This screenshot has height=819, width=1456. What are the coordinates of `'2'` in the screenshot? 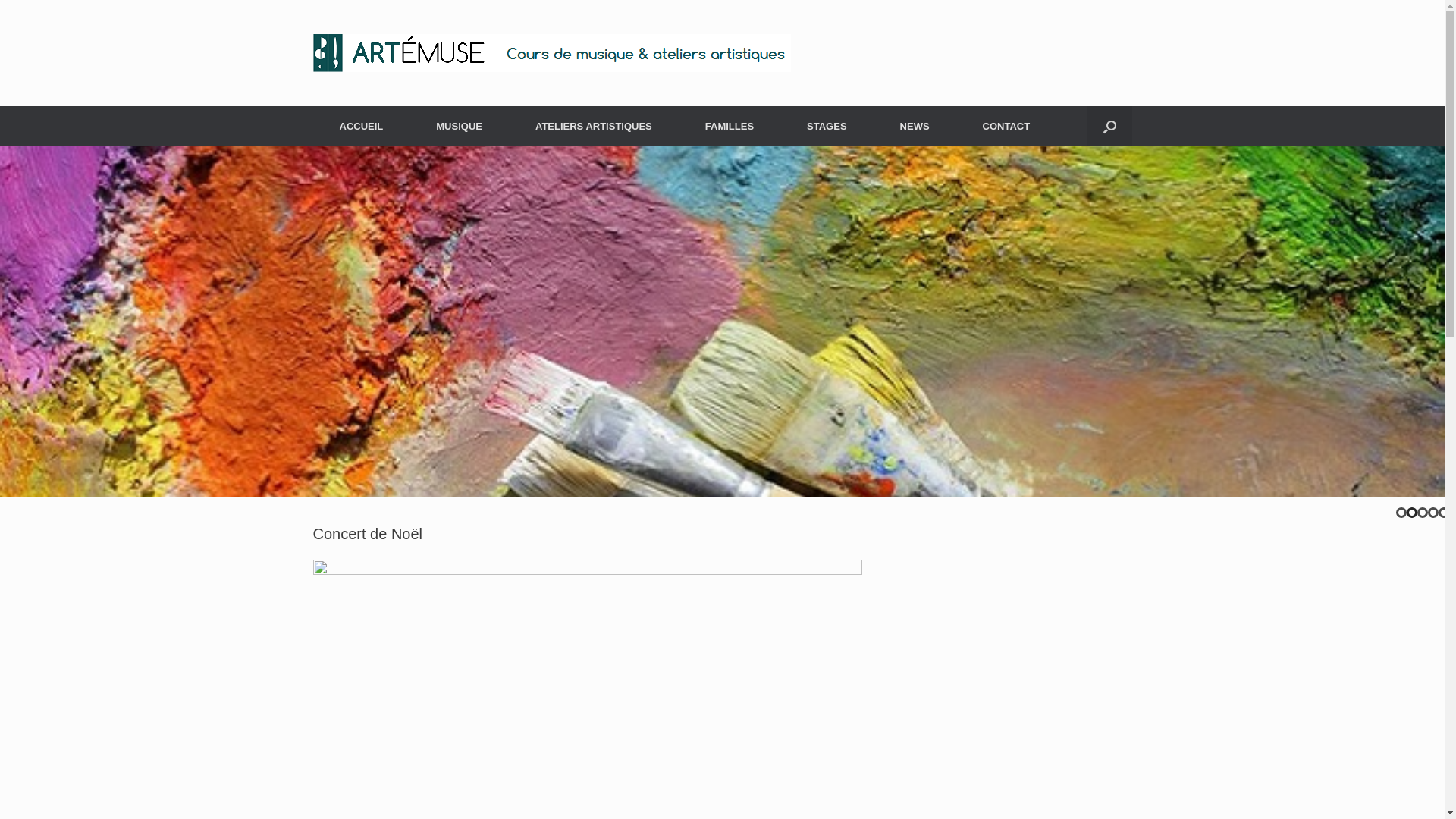 It's located at (1411, 512).